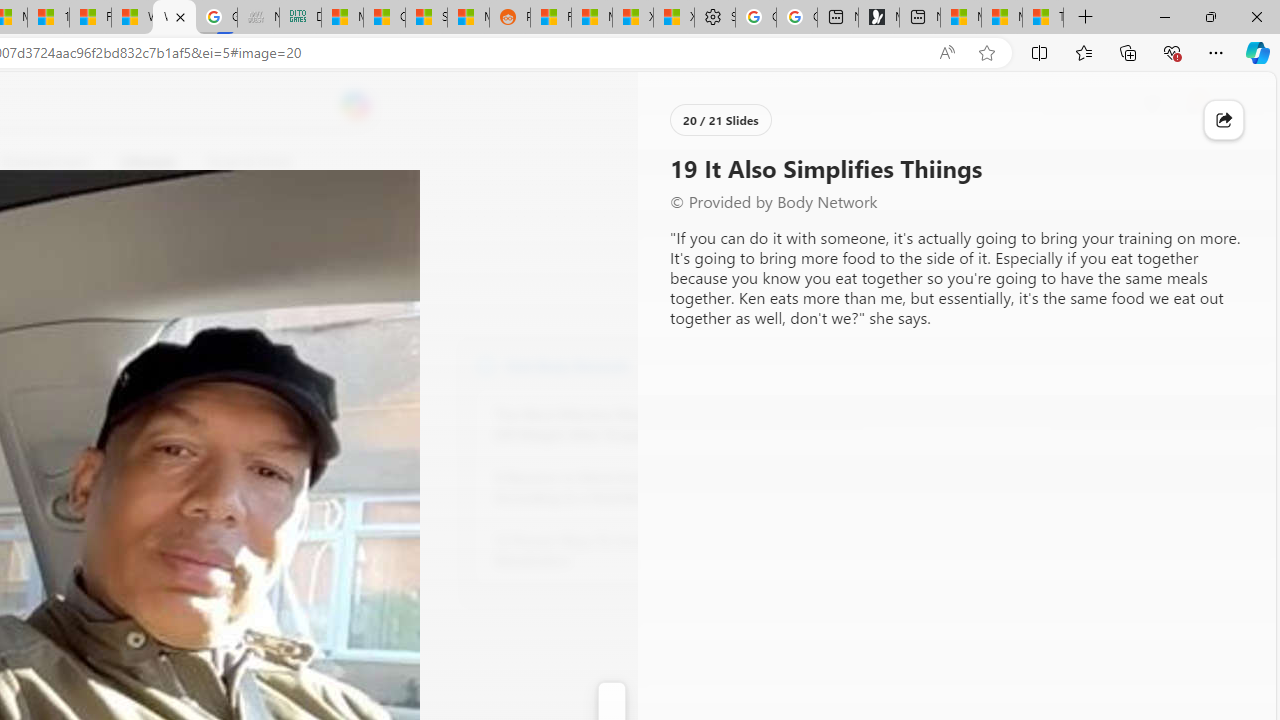  Describe the element at coordinates (1042, 17) in the screenshot. I see `'These 3 Stocks Pay You More Than 5% to Own Them'` at that location.